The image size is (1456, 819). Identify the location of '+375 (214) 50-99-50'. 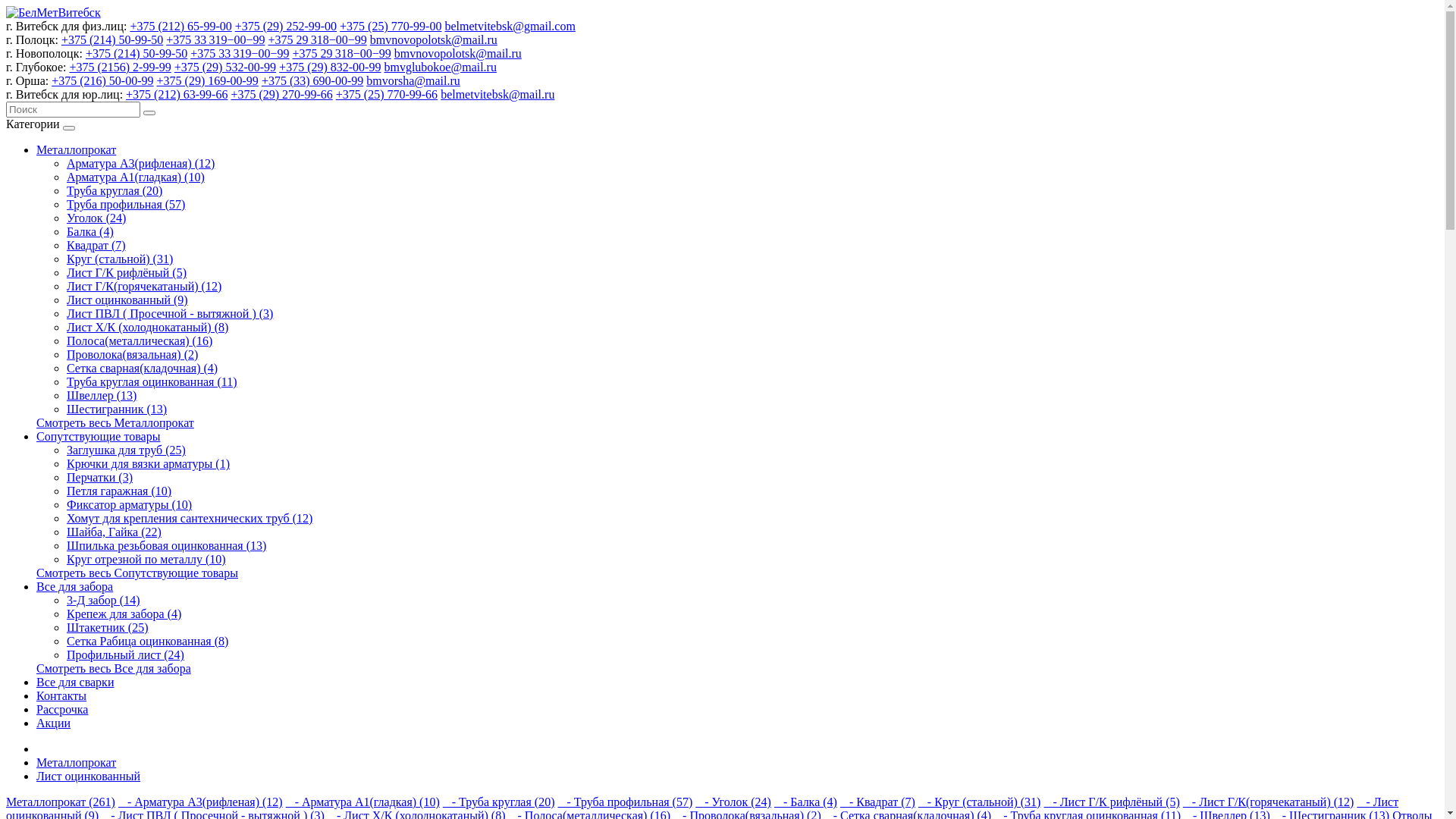
(111, 39).